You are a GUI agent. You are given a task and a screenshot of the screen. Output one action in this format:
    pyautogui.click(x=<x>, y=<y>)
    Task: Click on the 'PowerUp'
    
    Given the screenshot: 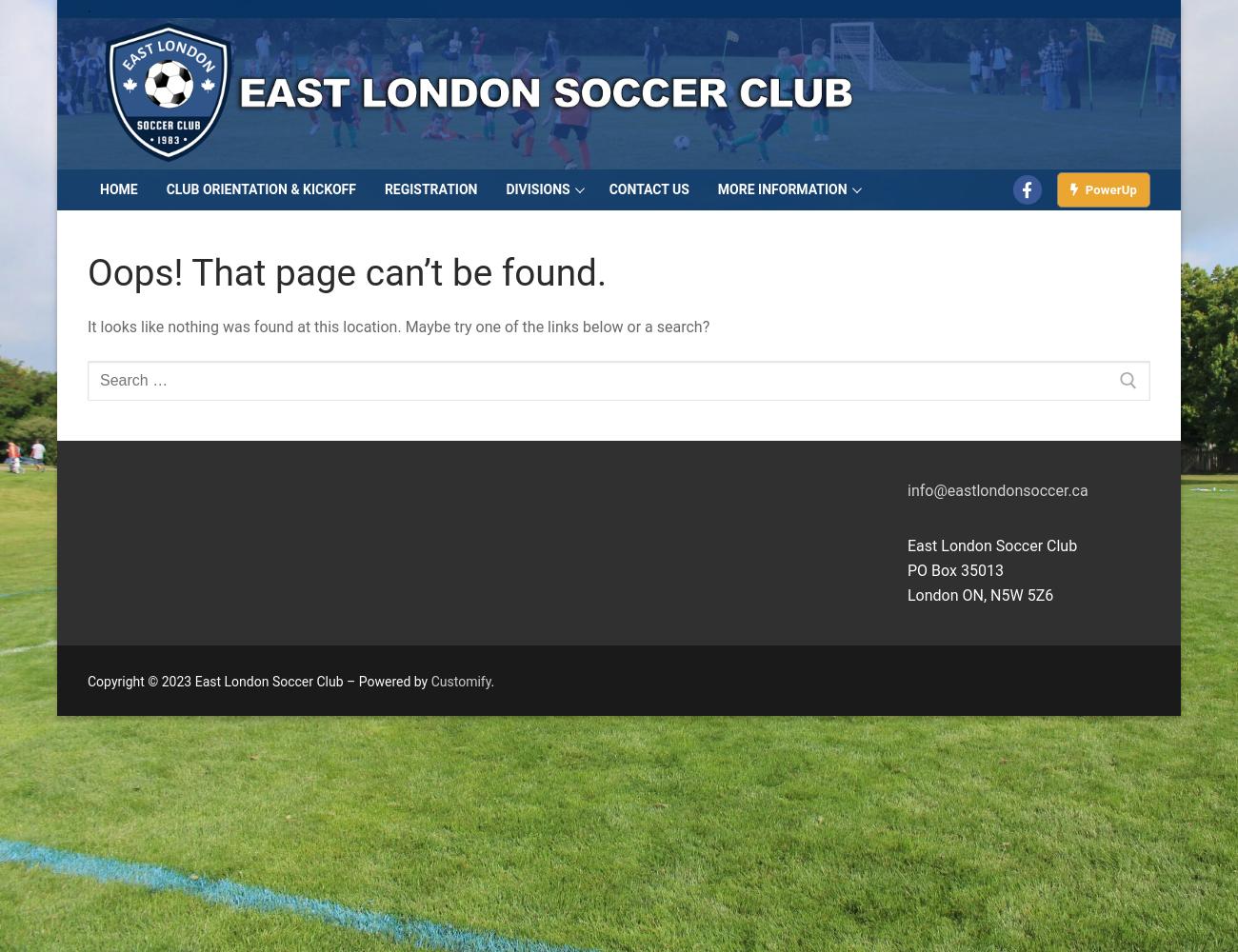 What is the action you would take?
    pyautogui.click(x=1109, y=188)
    